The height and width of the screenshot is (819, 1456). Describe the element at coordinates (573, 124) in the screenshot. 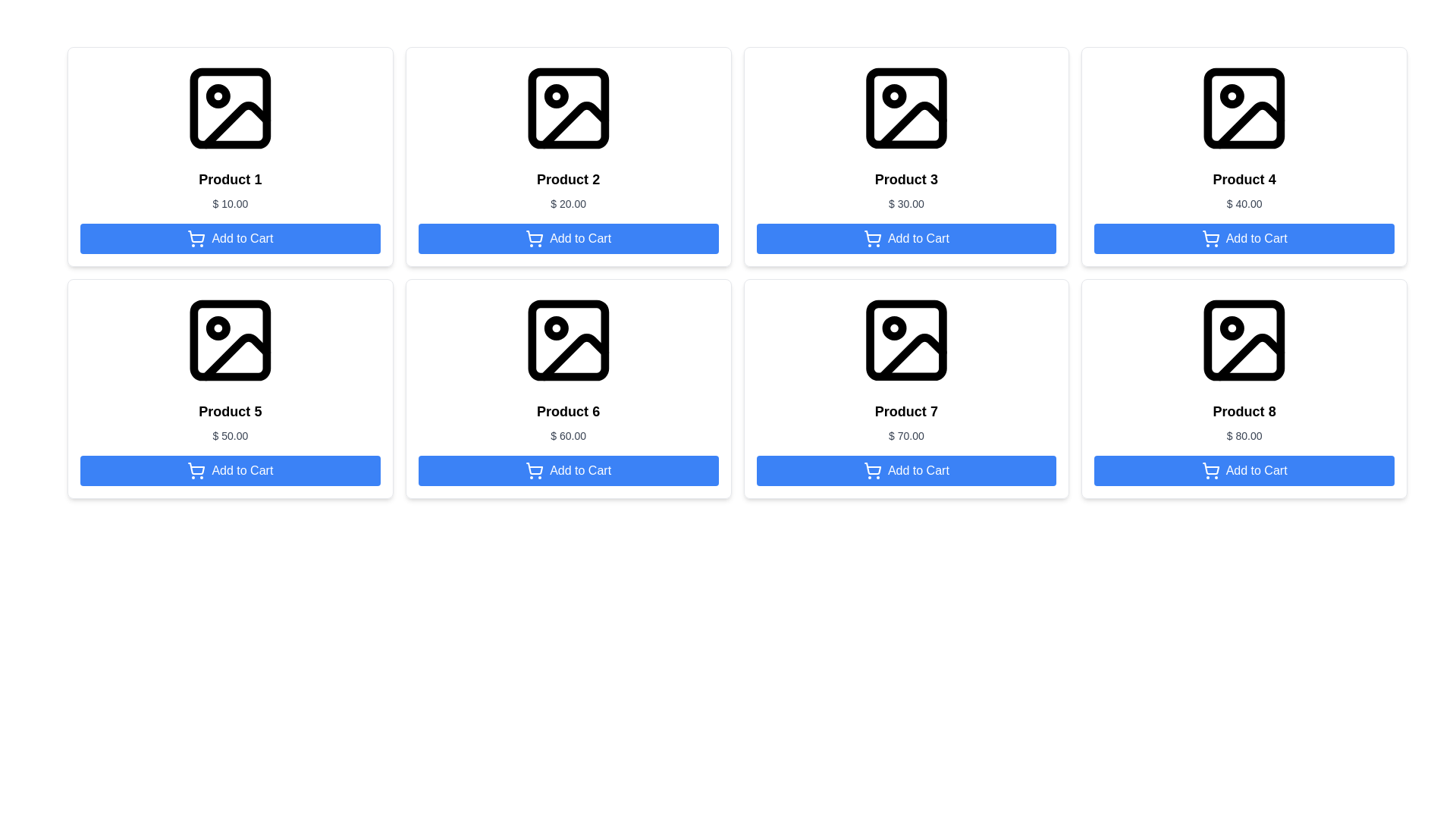

I see `the Decorative graphic element within the icon of 'Product 2', located in the top-left grid of the product layout` at that location.